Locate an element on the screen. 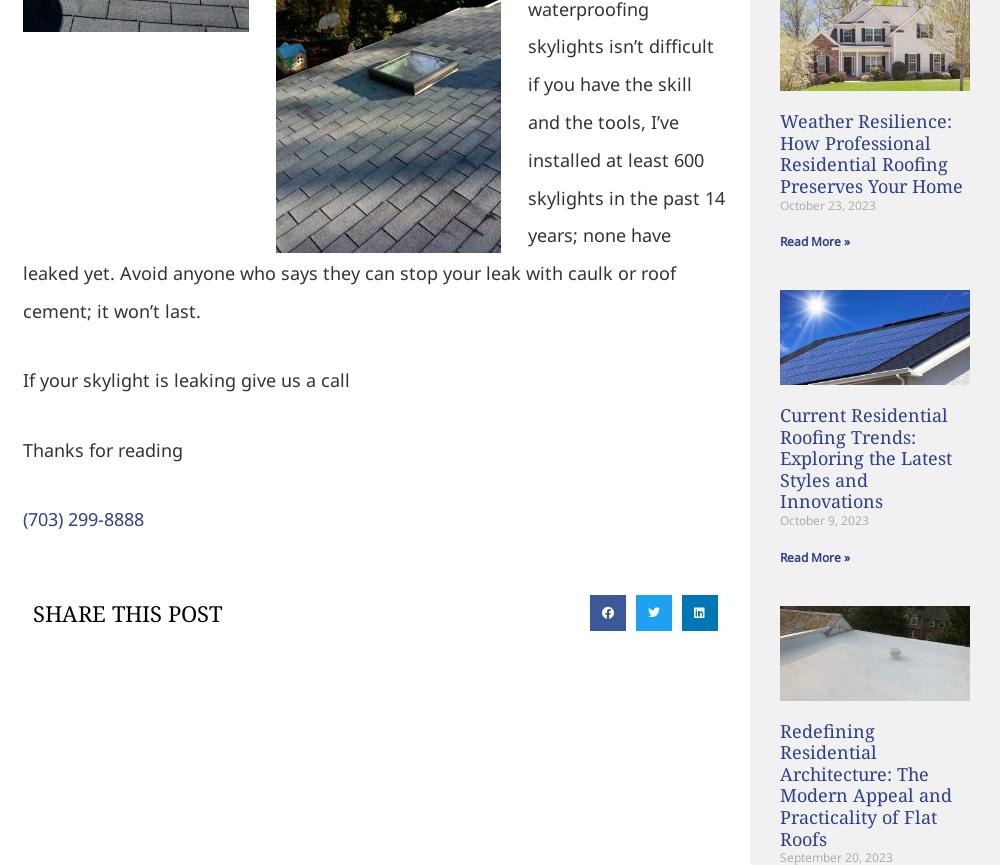 The width and height of the screenshot is (1000, 865). 'Weather Resilience: How Professional Residential Roofing Preserves Your Home' is located at coordinates (870, 152).